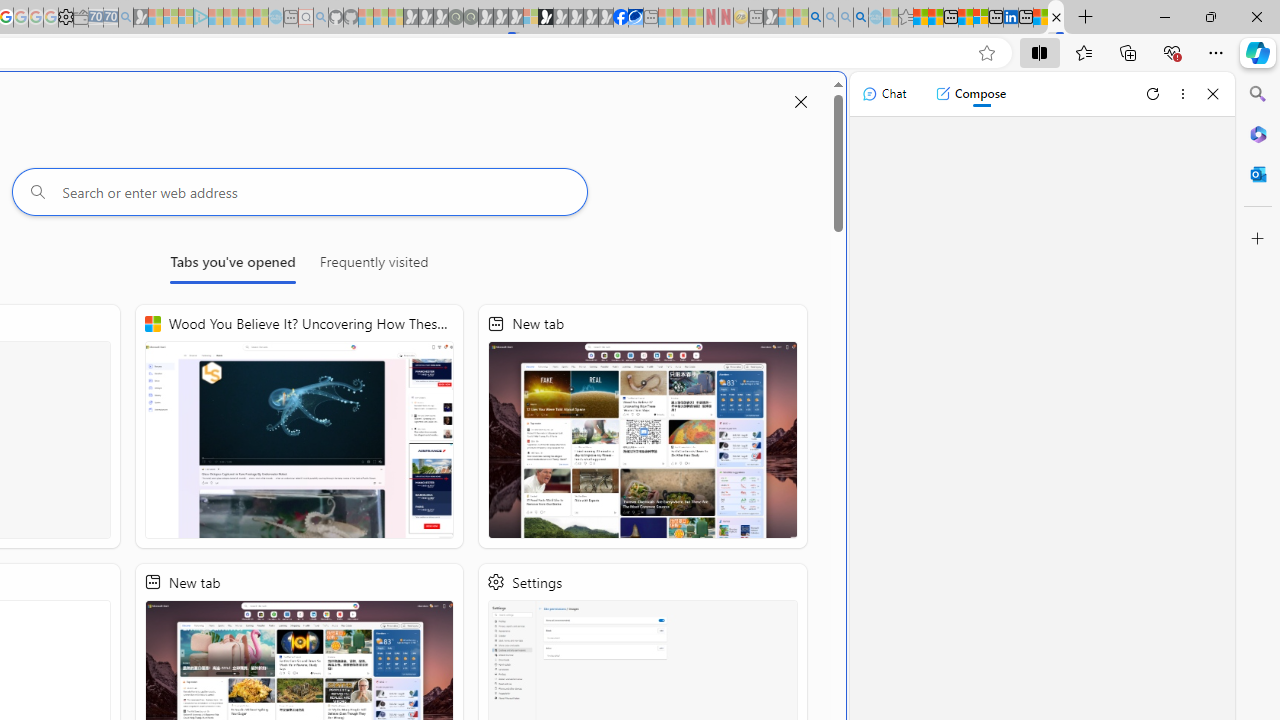  What do you see at coordinates (298, 191) in the screenshot?
I see `'Search or enter web address'` at bounding box center [298, 191].